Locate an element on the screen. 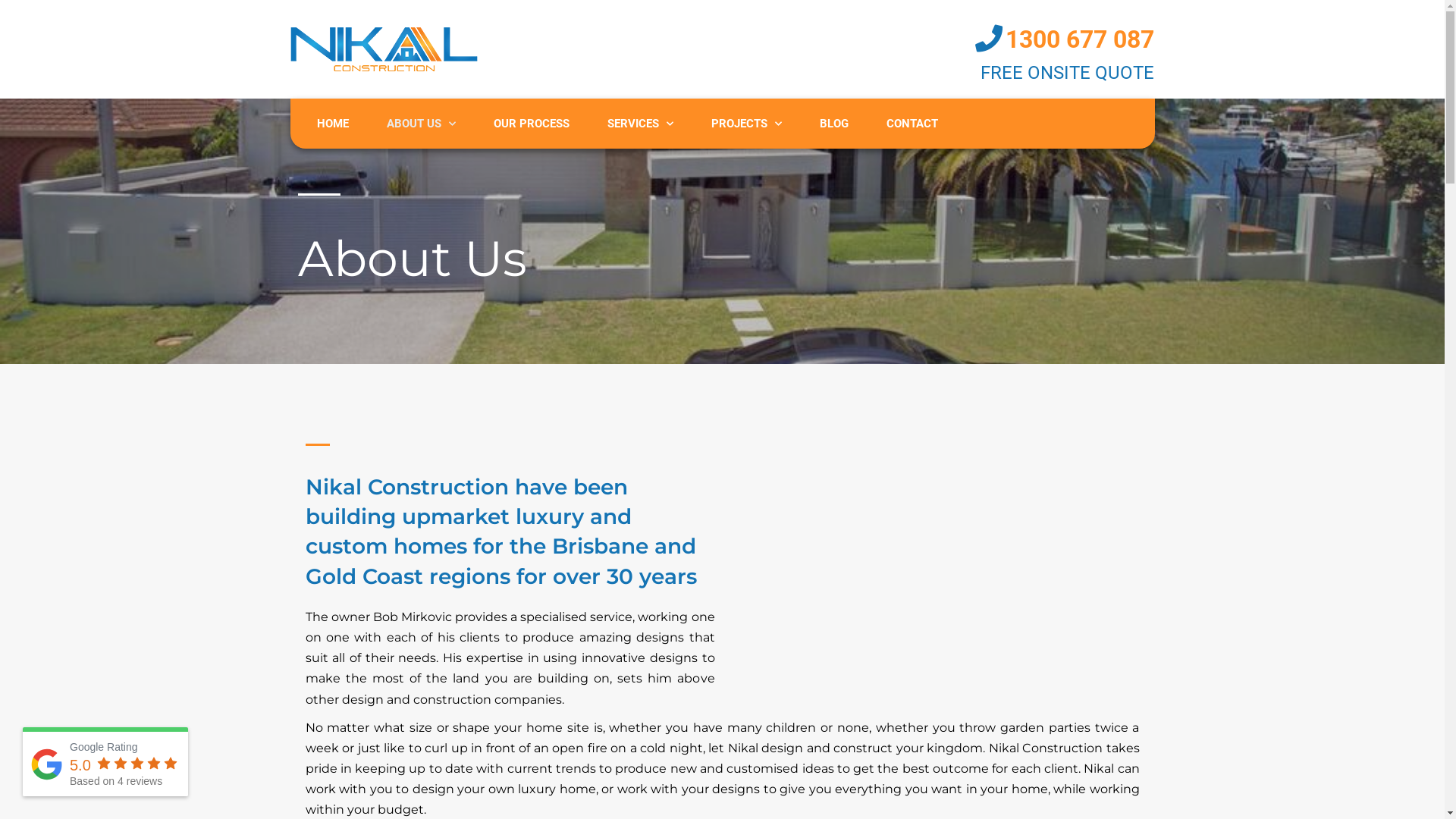 This screenshot has height=819, width=1456. 'CONTACT' is located at coordinates (912, 122).